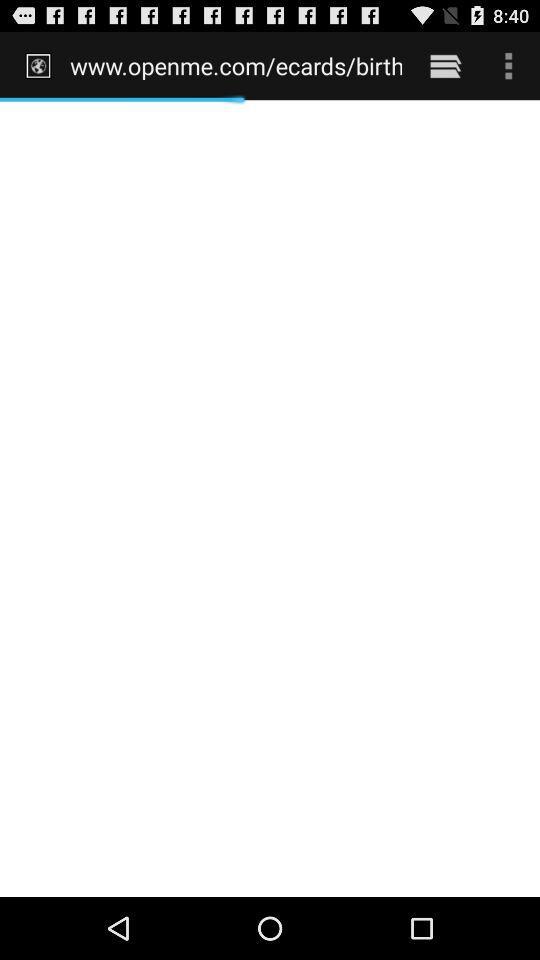  What do you see at coordinates (235, 65) in the screenshot?
I see `www openme com item` at bounding box center [235, 65].